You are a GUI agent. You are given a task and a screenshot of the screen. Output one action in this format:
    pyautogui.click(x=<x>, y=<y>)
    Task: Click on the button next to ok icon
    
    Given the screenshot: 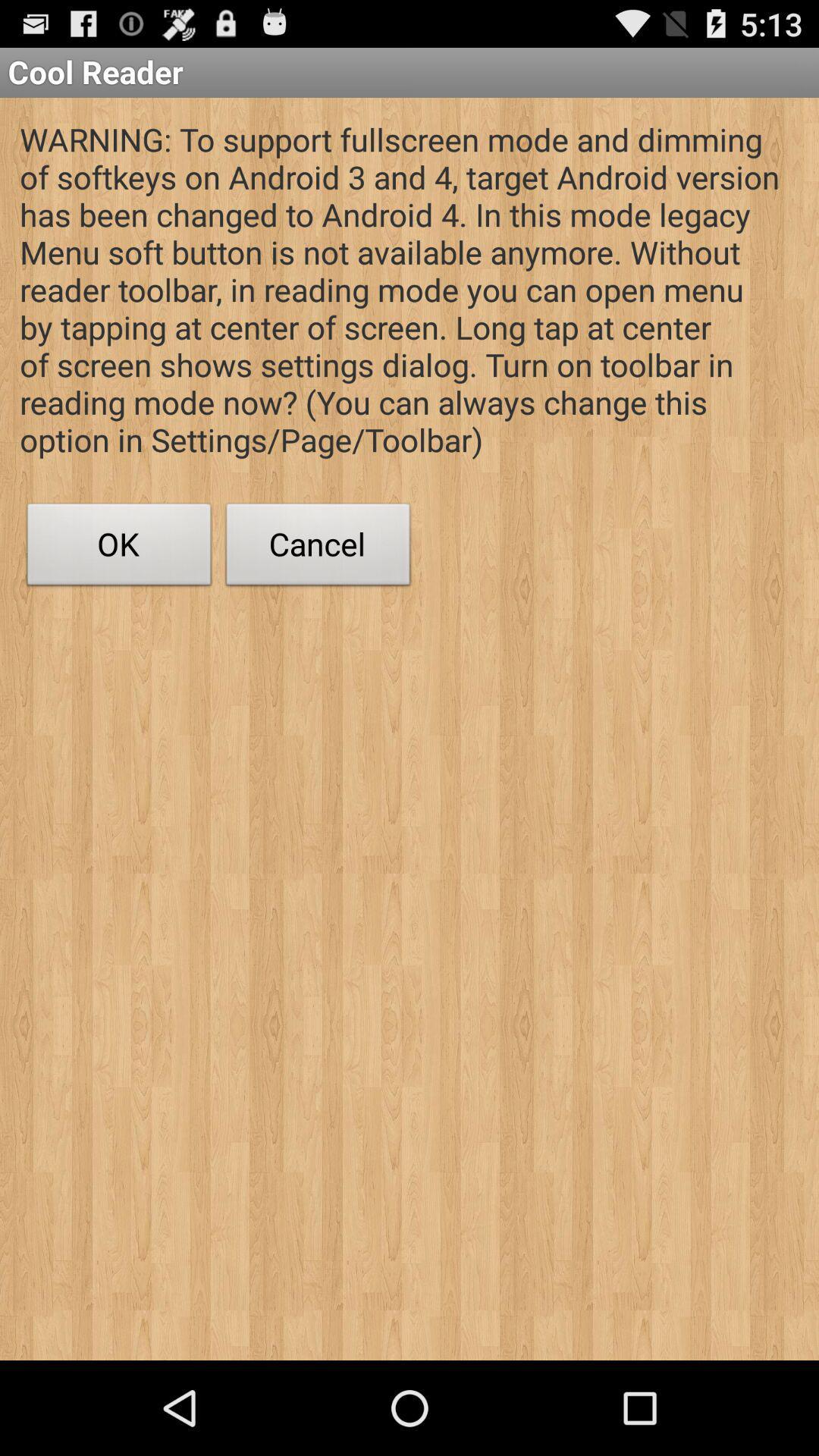 What is the action you would take?
    pyautogui.click(x=318, y=548)
    